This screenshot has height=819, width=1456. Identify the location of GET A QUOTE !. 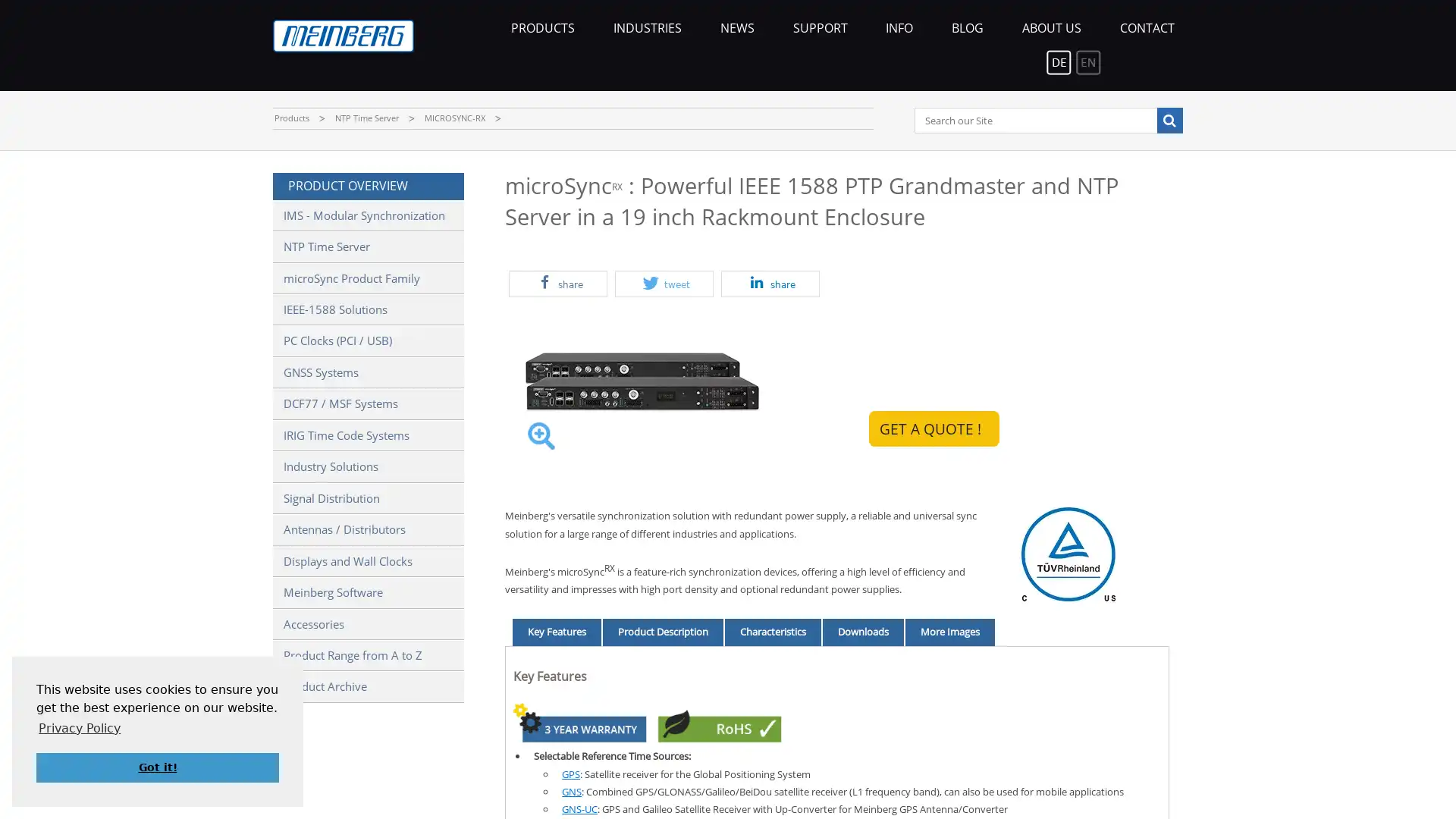
(933, 428).